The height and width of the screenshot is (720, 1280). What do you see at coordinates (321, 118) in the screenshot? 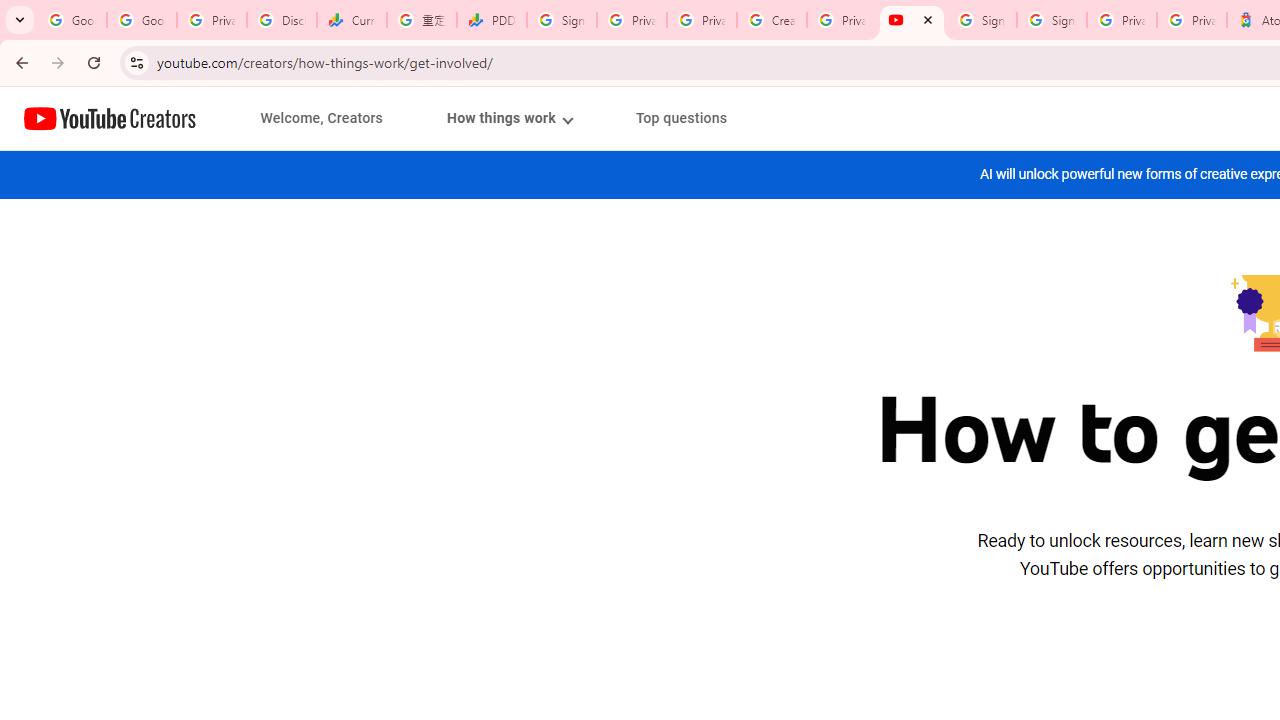
I see `'Welcome, Creators'` at bounding box center [321, 118].